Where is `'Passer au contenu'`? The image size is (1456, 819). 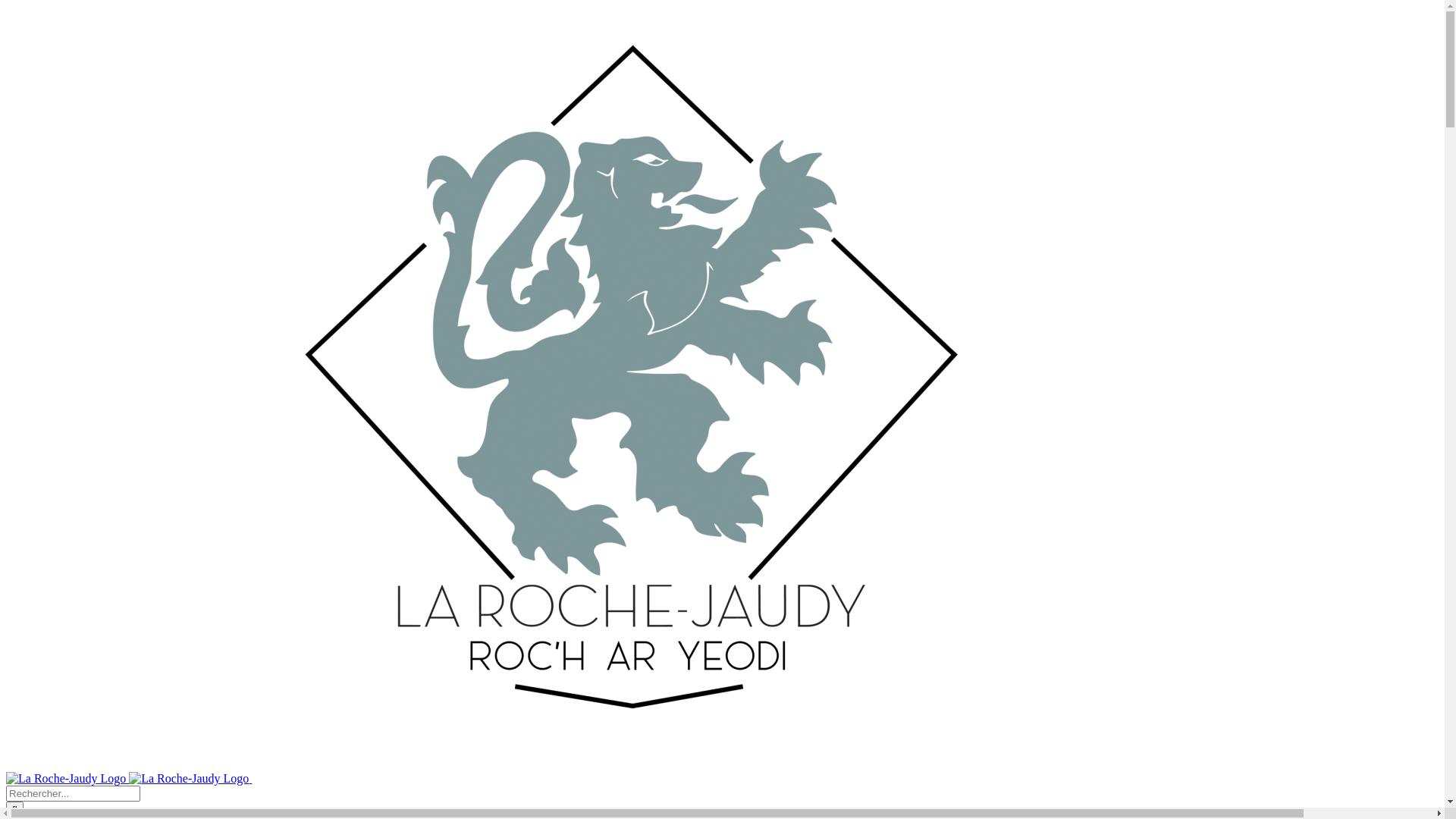 'Passer au contenu' is located at coordinates (5, 5).